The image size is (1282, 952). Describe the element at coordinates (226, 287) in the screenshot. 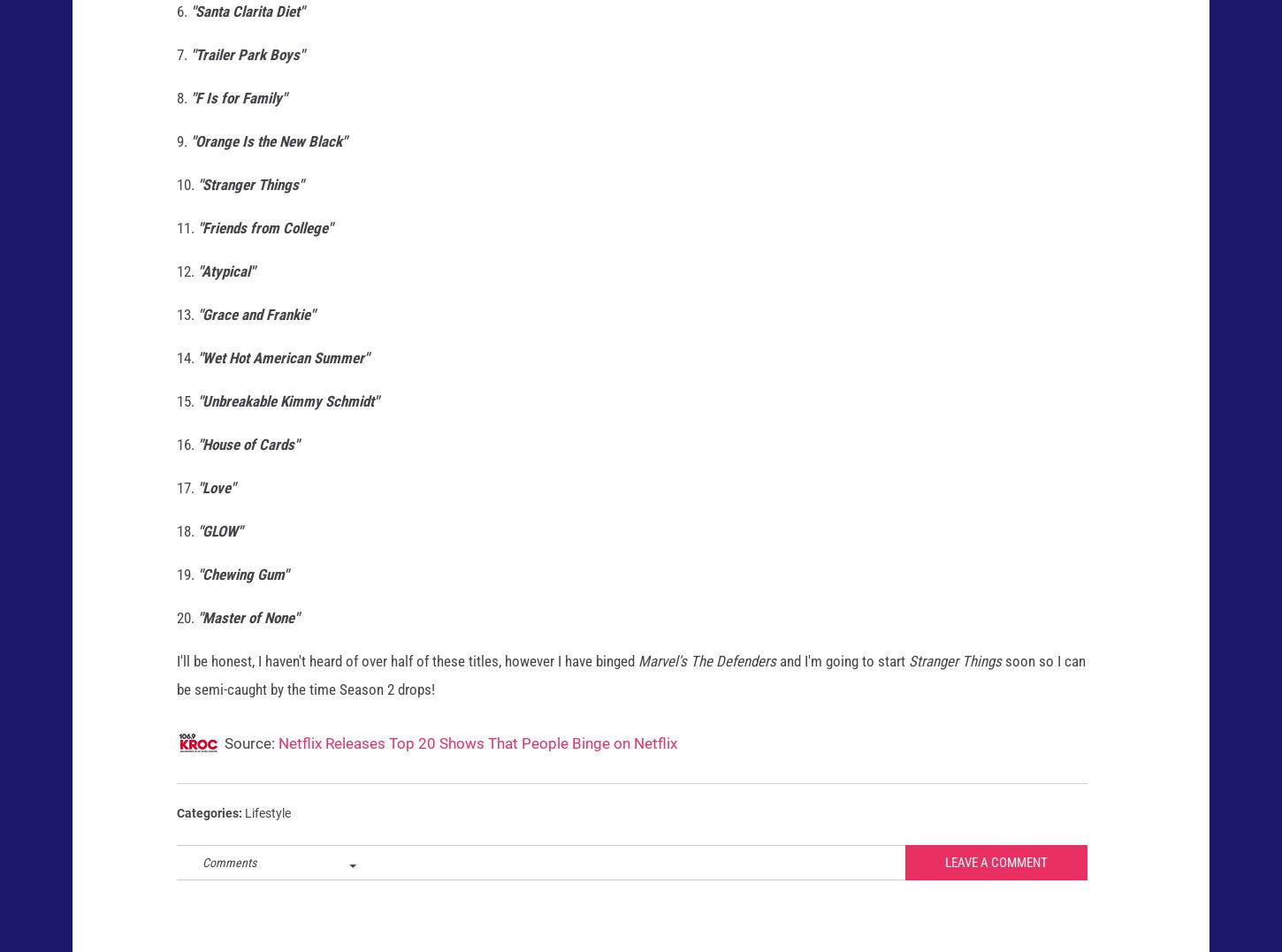

I see `'"Atypical"'` at that location.